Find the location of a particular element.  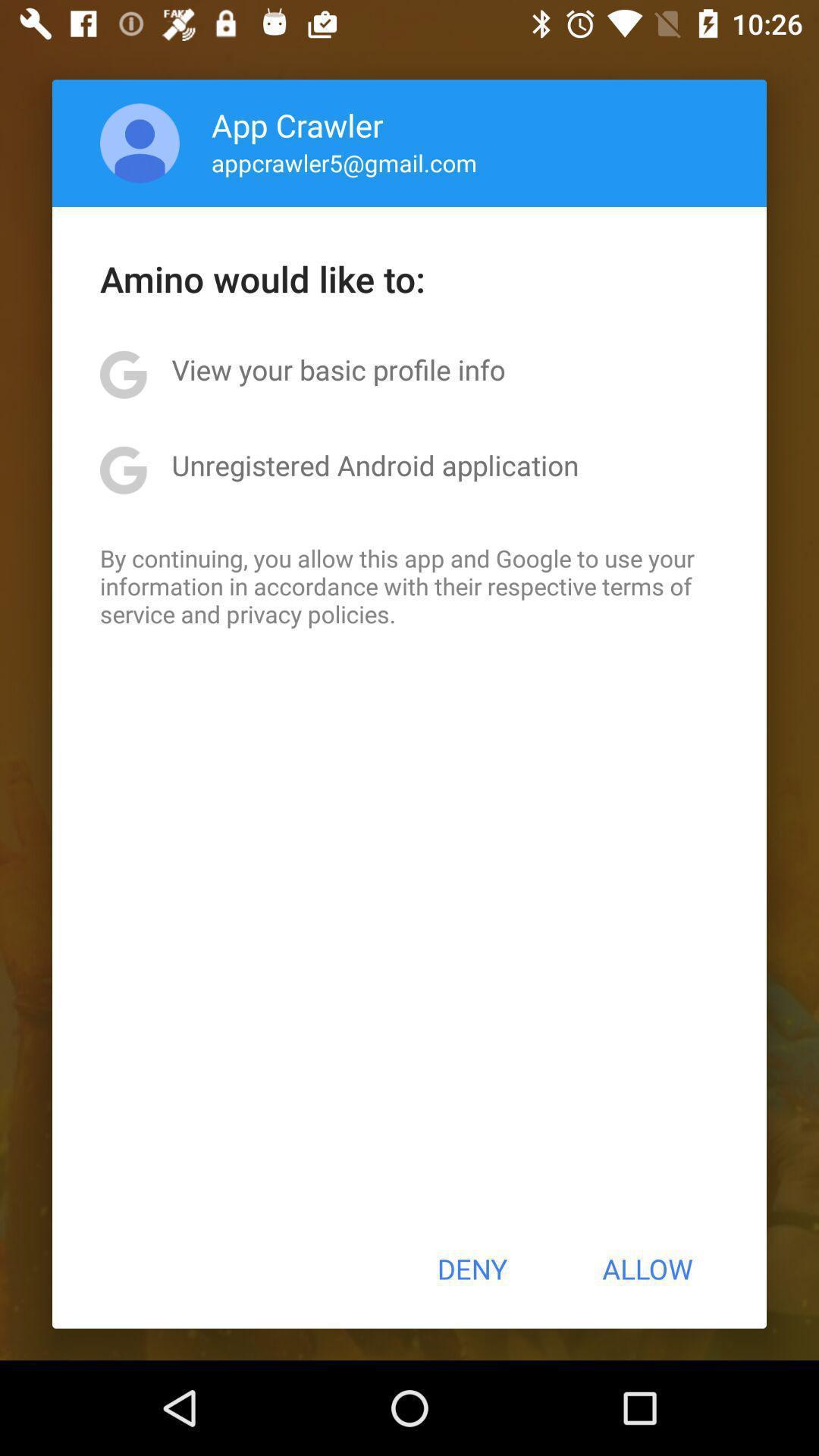

icon next to the allow button is located at coordinates (471, 1269).